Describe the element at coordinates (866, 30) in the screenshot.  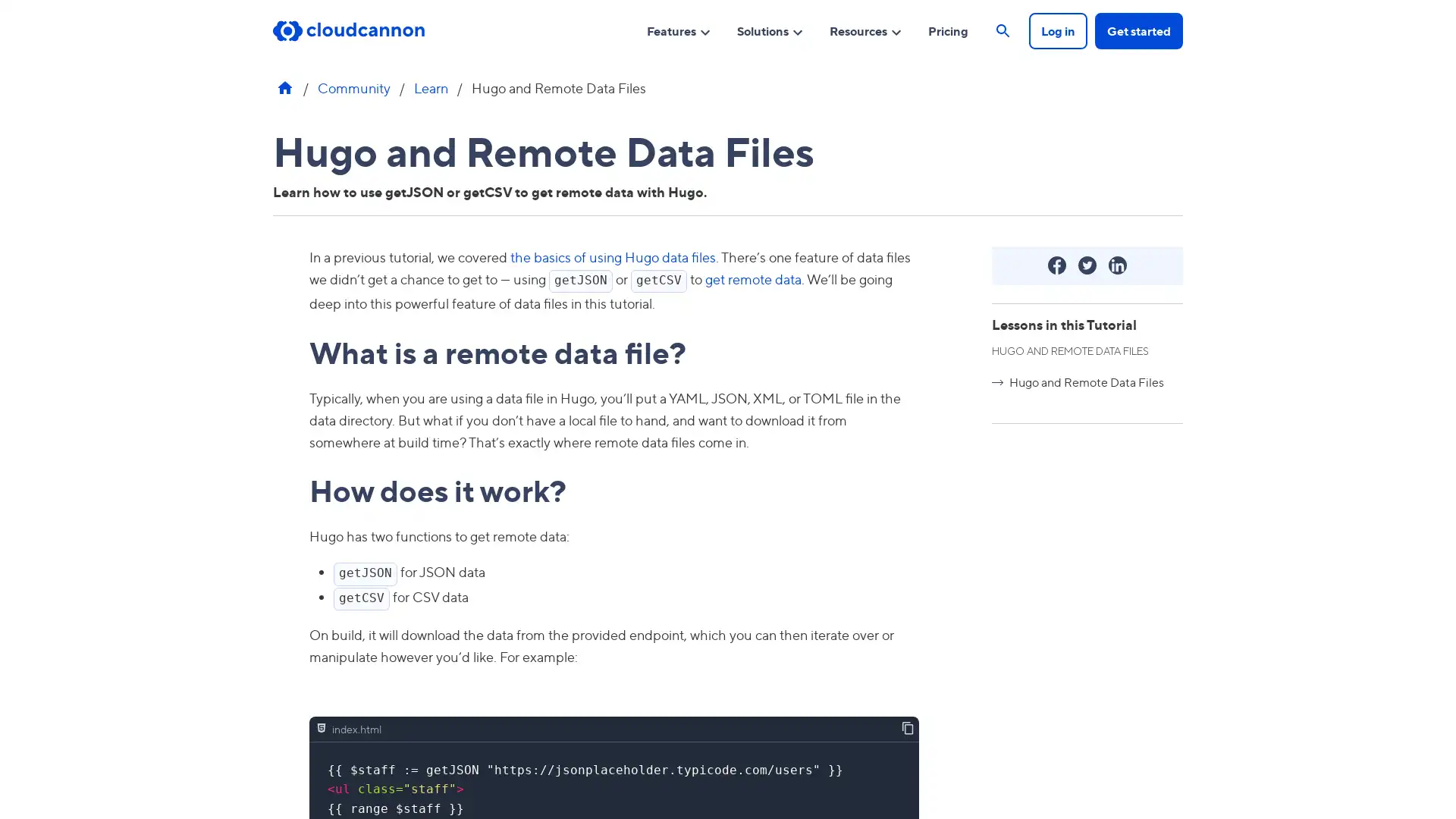
I see `Resources` at that location.